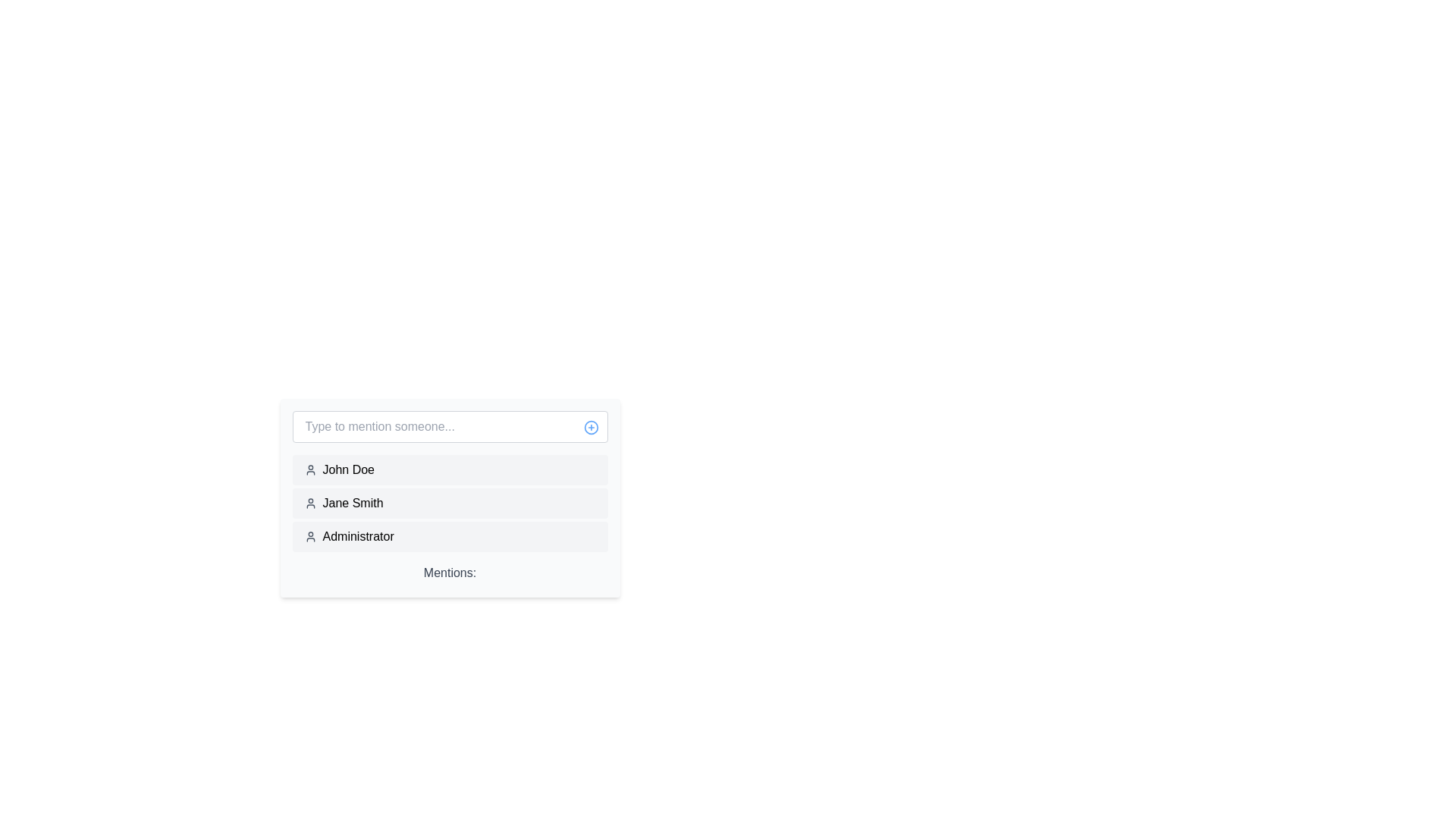 The width and height of the screenshot is (1456, 819). Describe the element at coordinates (449, 575) in the screenshot. I see `the 'Mentions:' label, which is a gray textual label located at the bottom section of the panel listing user names` at that location.